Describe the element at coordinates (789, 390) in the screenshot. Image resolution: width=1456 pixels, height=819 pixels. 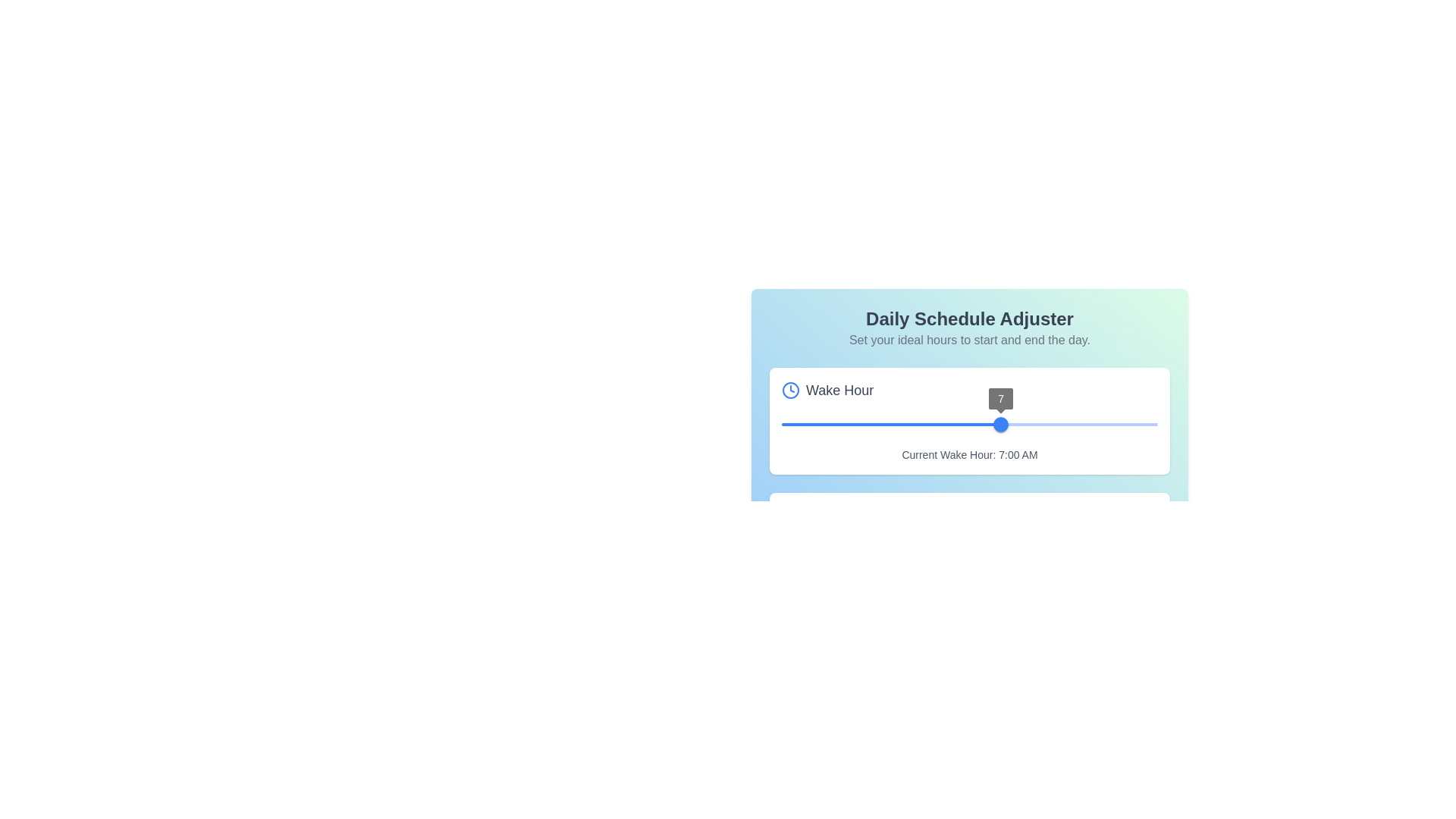
I see `the 'Wake Hour' icon located in the top-left corner of the card for accessibility purposes` at that location.